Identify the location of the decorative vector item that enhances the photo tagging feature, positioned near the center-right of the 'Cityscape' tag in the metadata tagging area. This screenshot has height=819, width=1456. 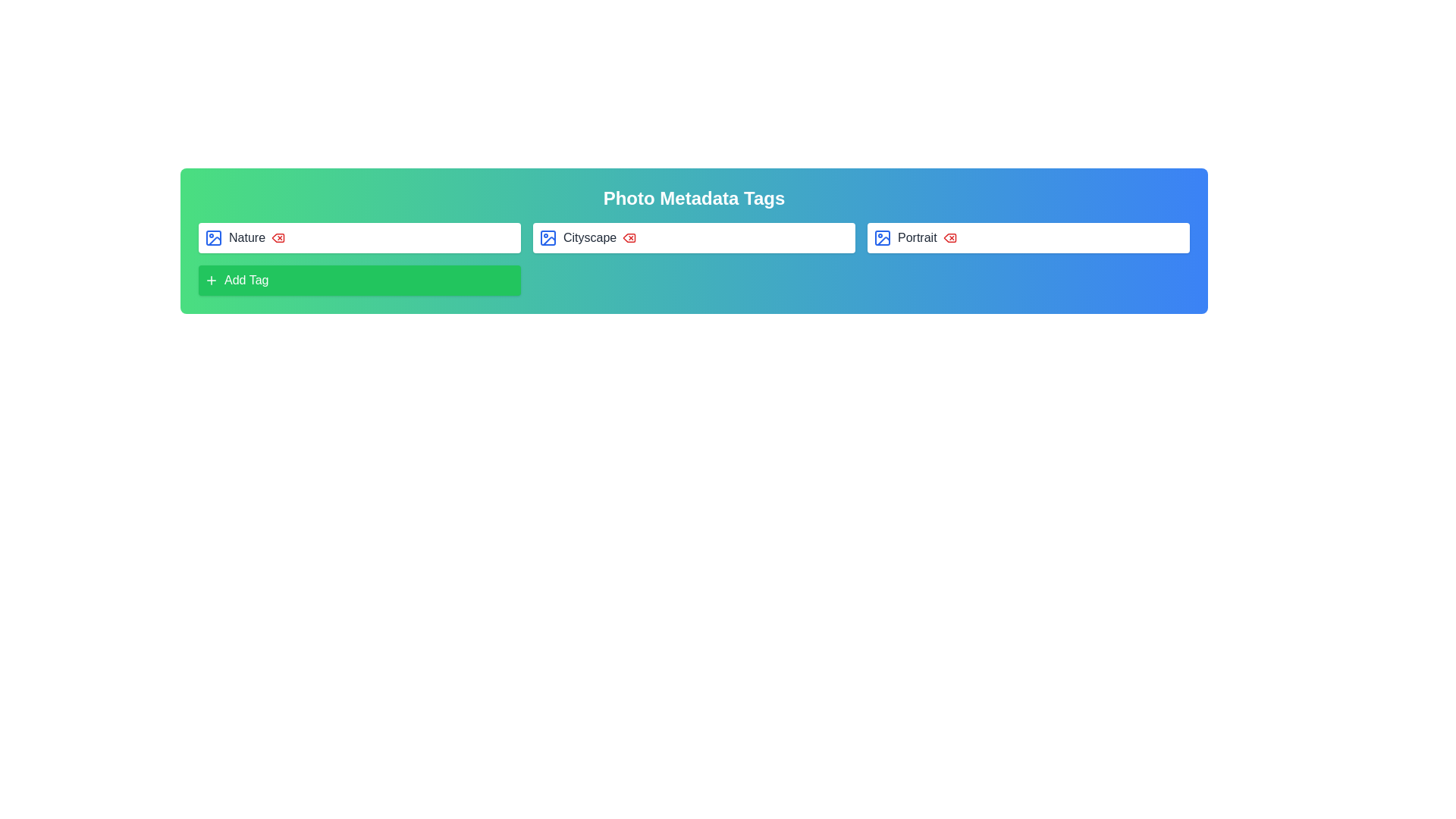
(548, 240).